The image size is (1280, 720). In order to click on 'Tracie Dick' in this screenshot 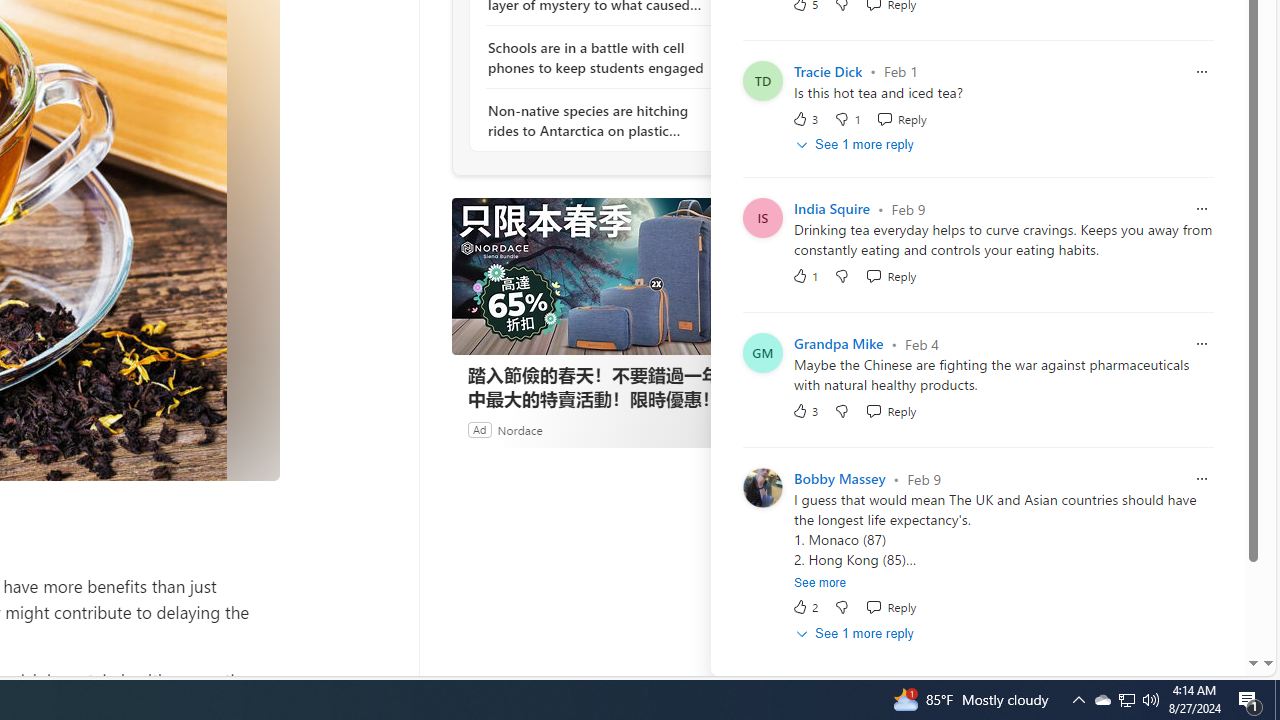, I will do `click(828, 70)`.